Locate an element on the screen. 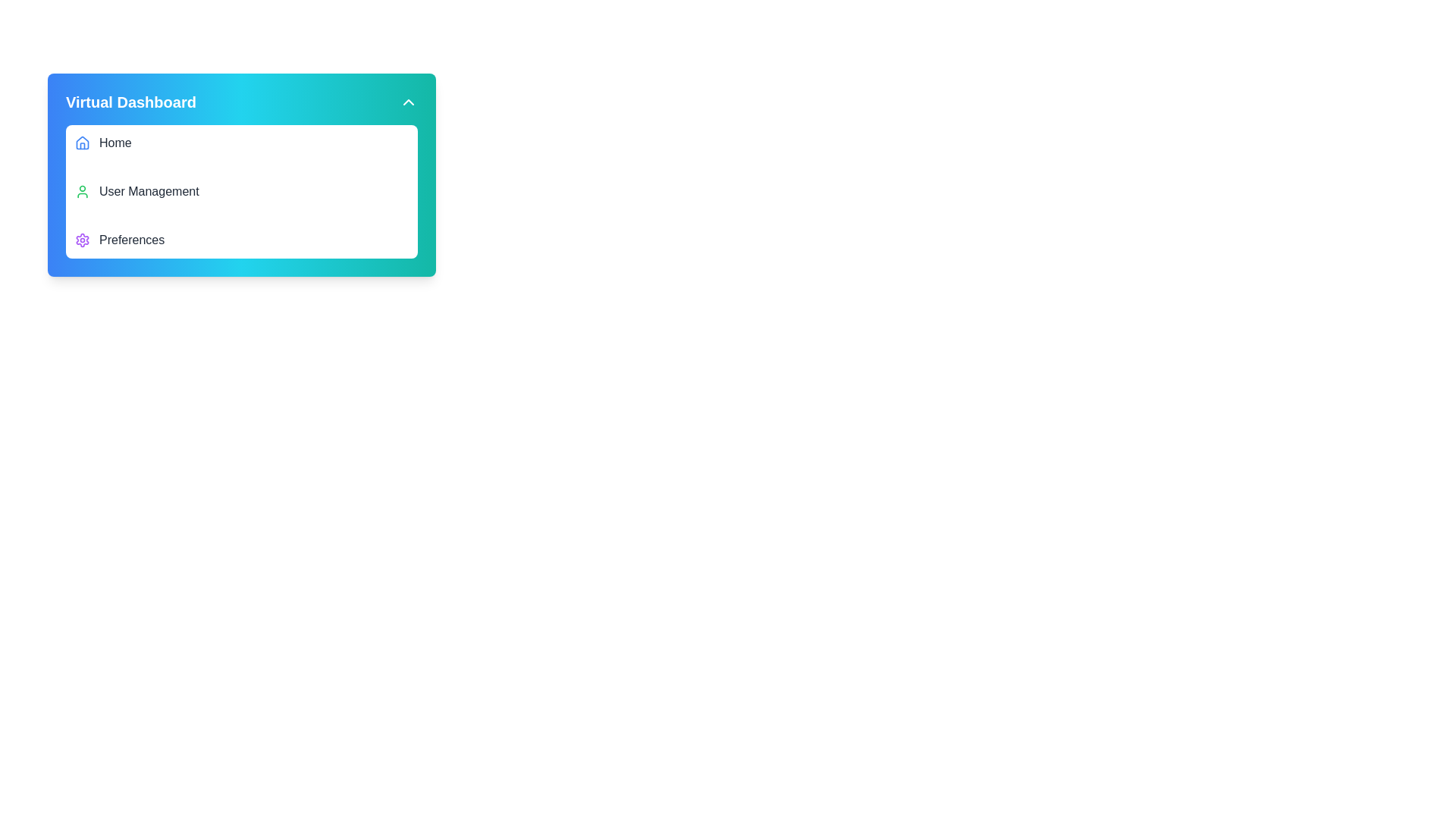 This screenshot has width=1456, height=819. the 'Home' icon located at the leftmost position of the horizontal menu in the 'Virtual Dashboard' card to associate it with the menu item 'Home' is located at coordinates (82, 143).